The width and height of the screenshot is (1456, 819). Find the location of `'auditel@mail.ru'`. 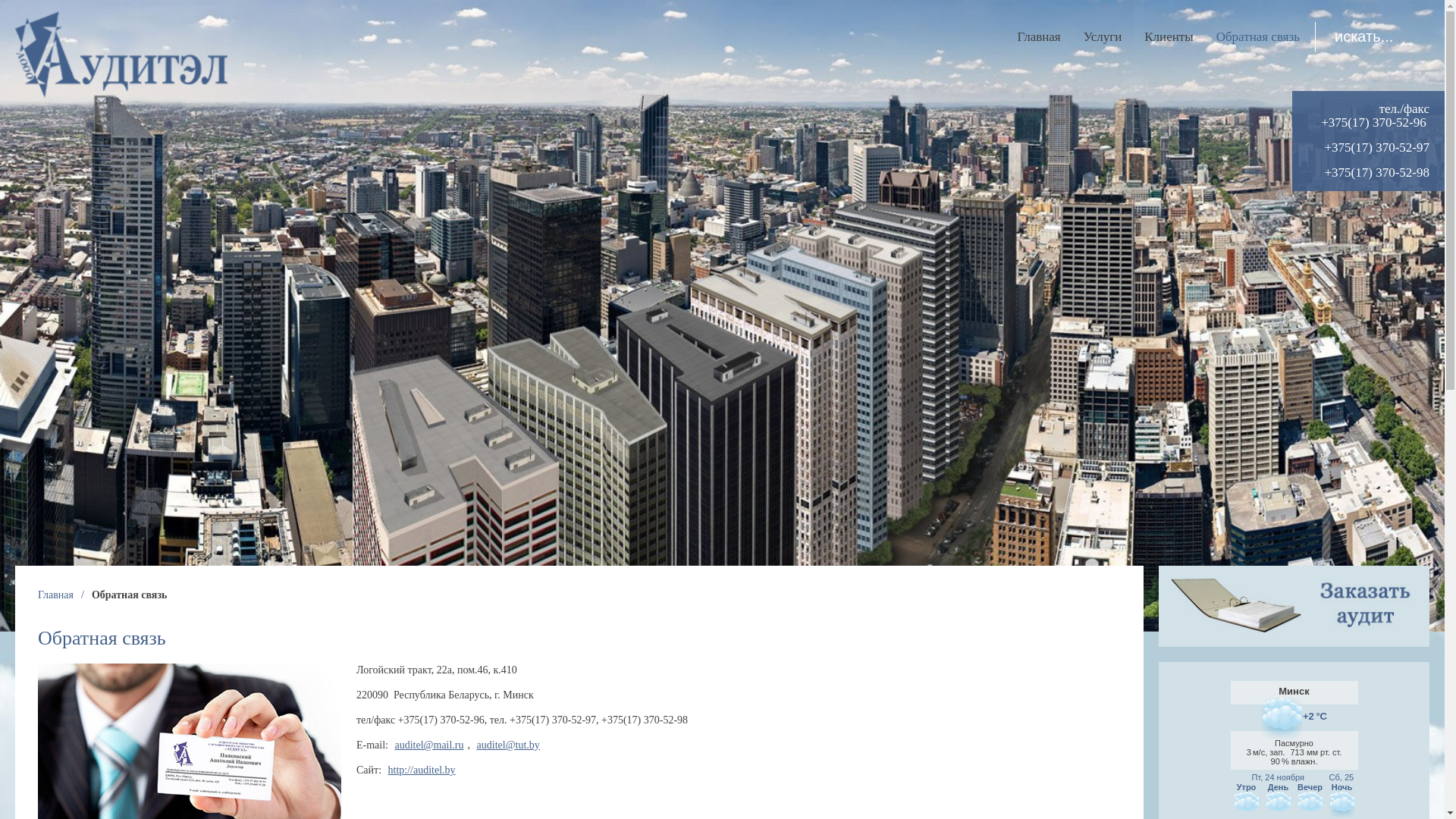

'auditel@mail.ru' is located at coordinates (428, 744).